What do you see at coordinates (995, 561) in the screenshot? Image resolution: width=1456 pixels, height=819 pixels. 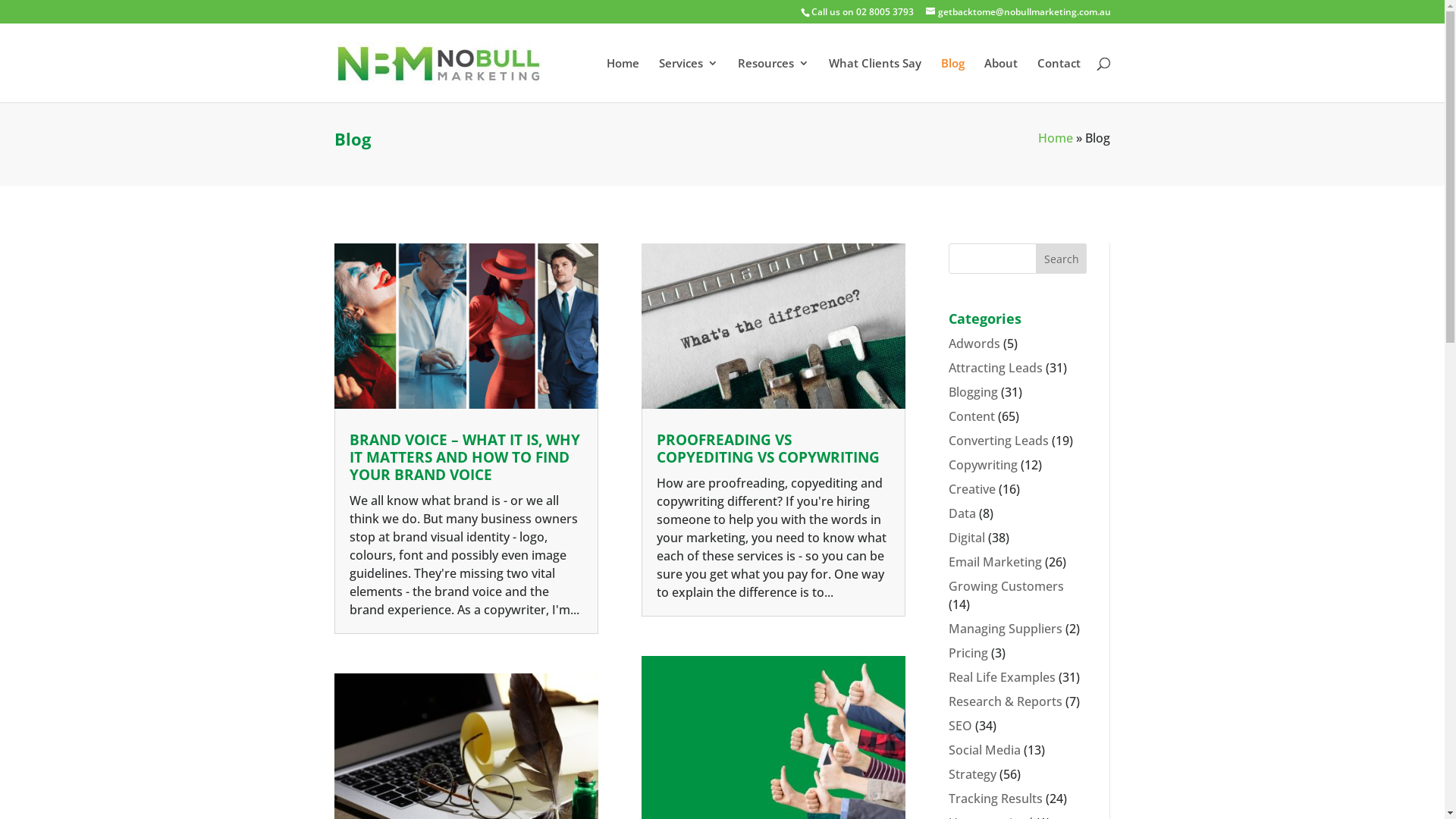 I see `'Email Marketing'` at bounding box center [995, 561].